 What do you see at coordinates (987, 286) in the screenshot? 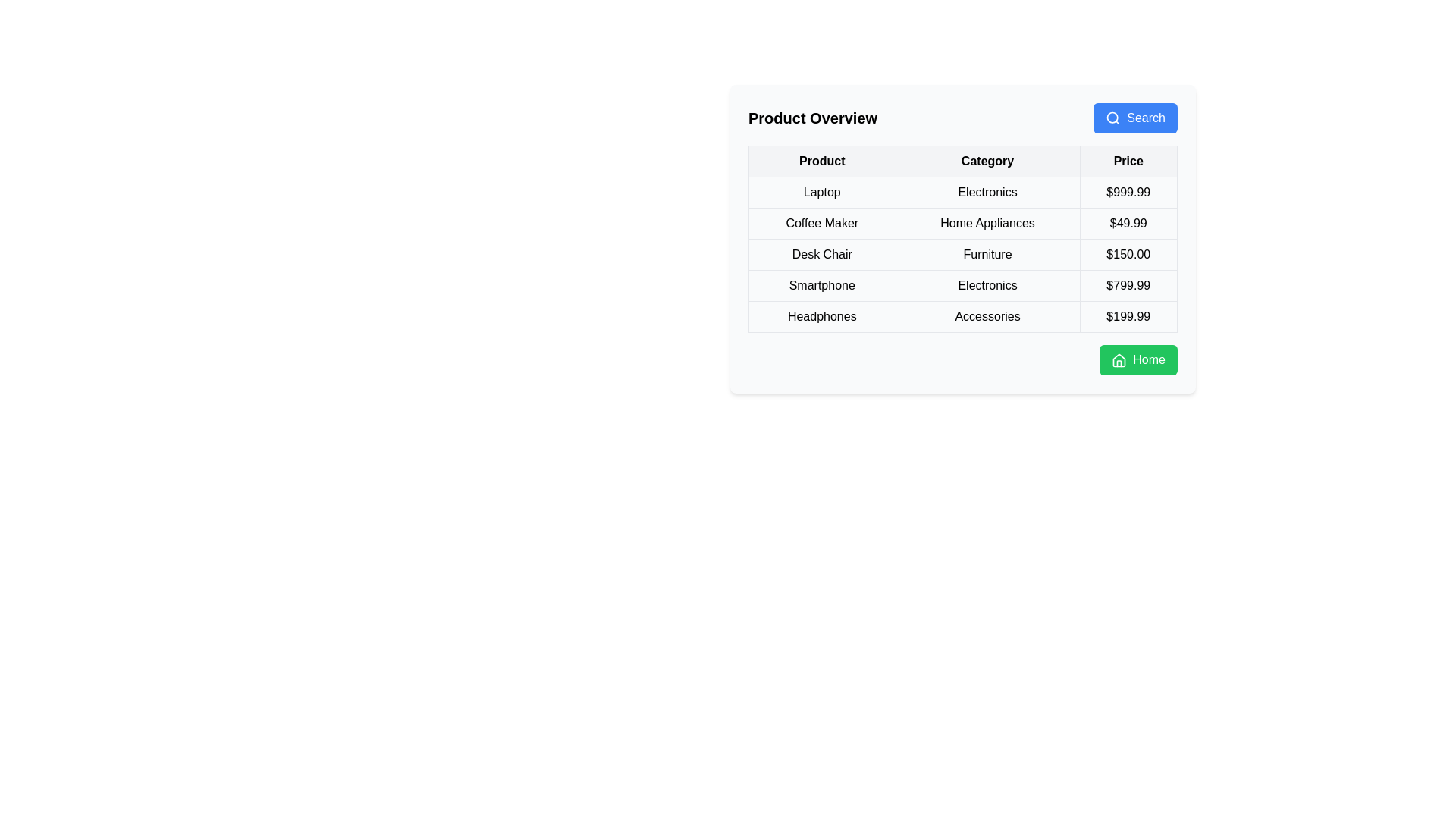
I see `the 'Electronics' text label, which is centrally-aligned with dark text on a light gray background, positioned between 'Smartphone' and '$799.99' in the 'Category' column` at bounding box center [987, 286].